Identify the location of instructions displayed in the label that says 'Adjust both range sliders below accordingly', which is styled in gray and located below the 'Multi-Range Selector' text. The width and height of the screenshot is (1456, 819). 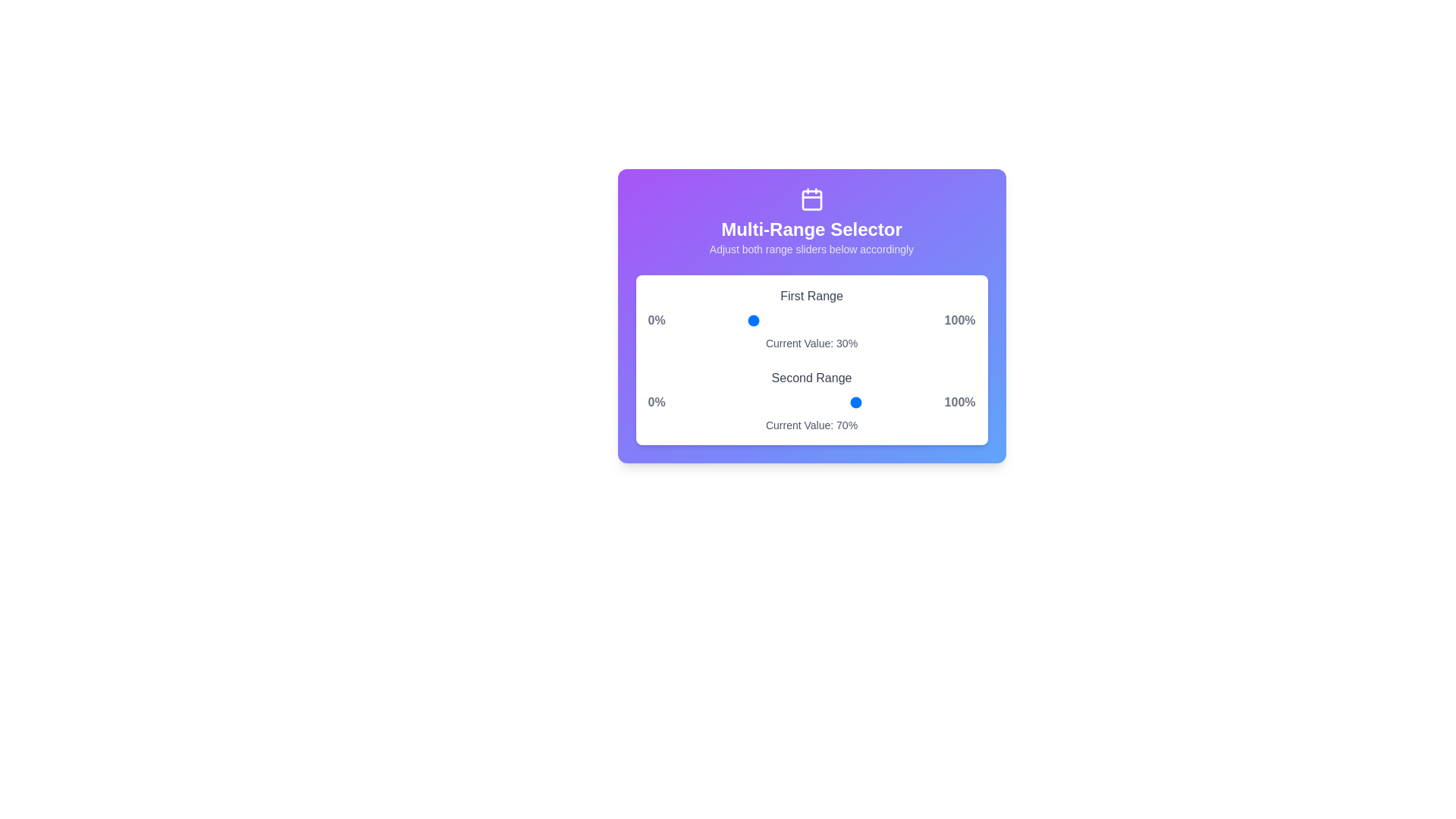
(811, 248).